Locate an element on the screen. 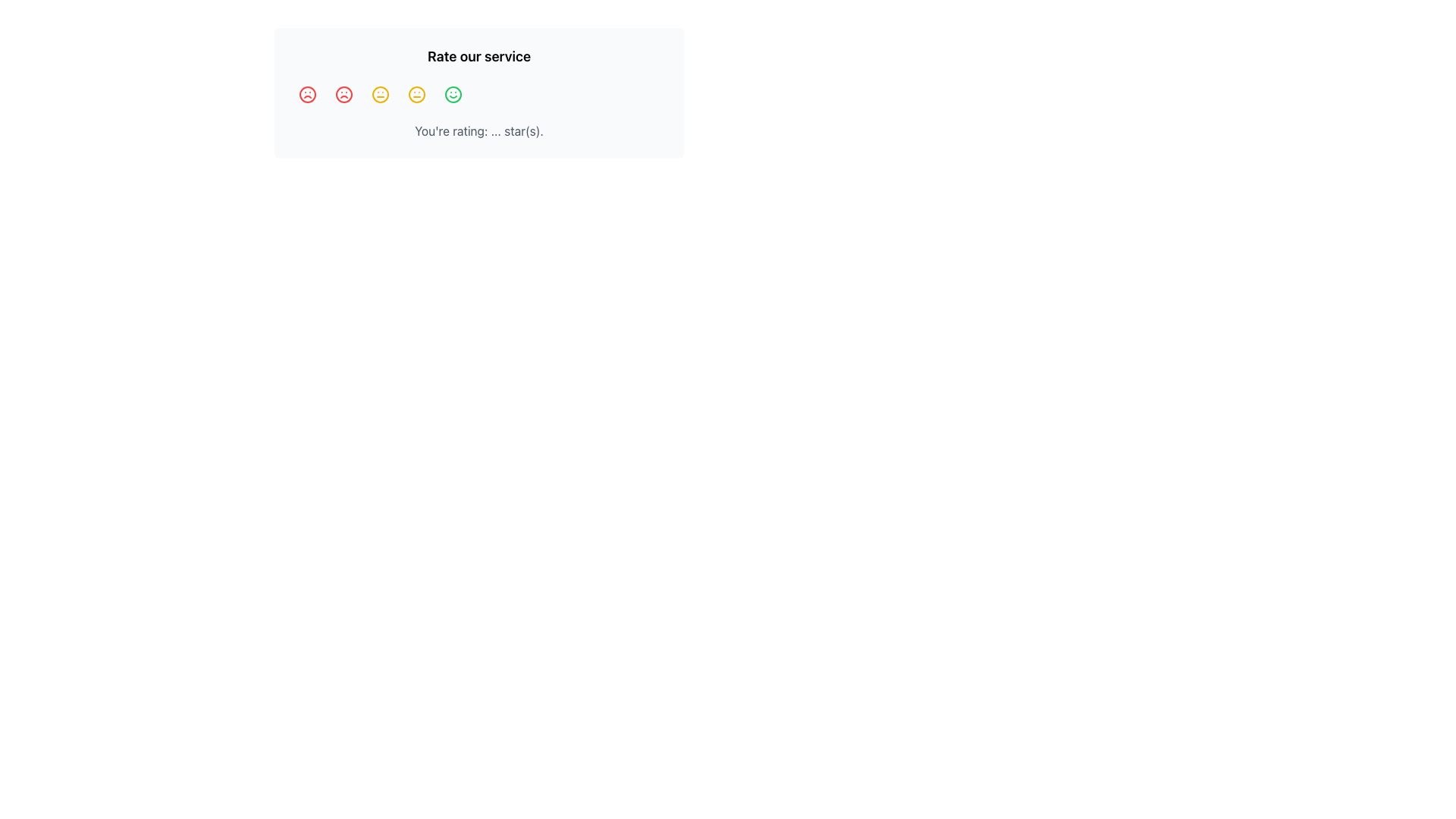 This screenshot has width=1456, height=819. the red frowning face icon, which is the second icon from the left in the rating section labeled 'Rate our service' is located at coordinates (344, 94).